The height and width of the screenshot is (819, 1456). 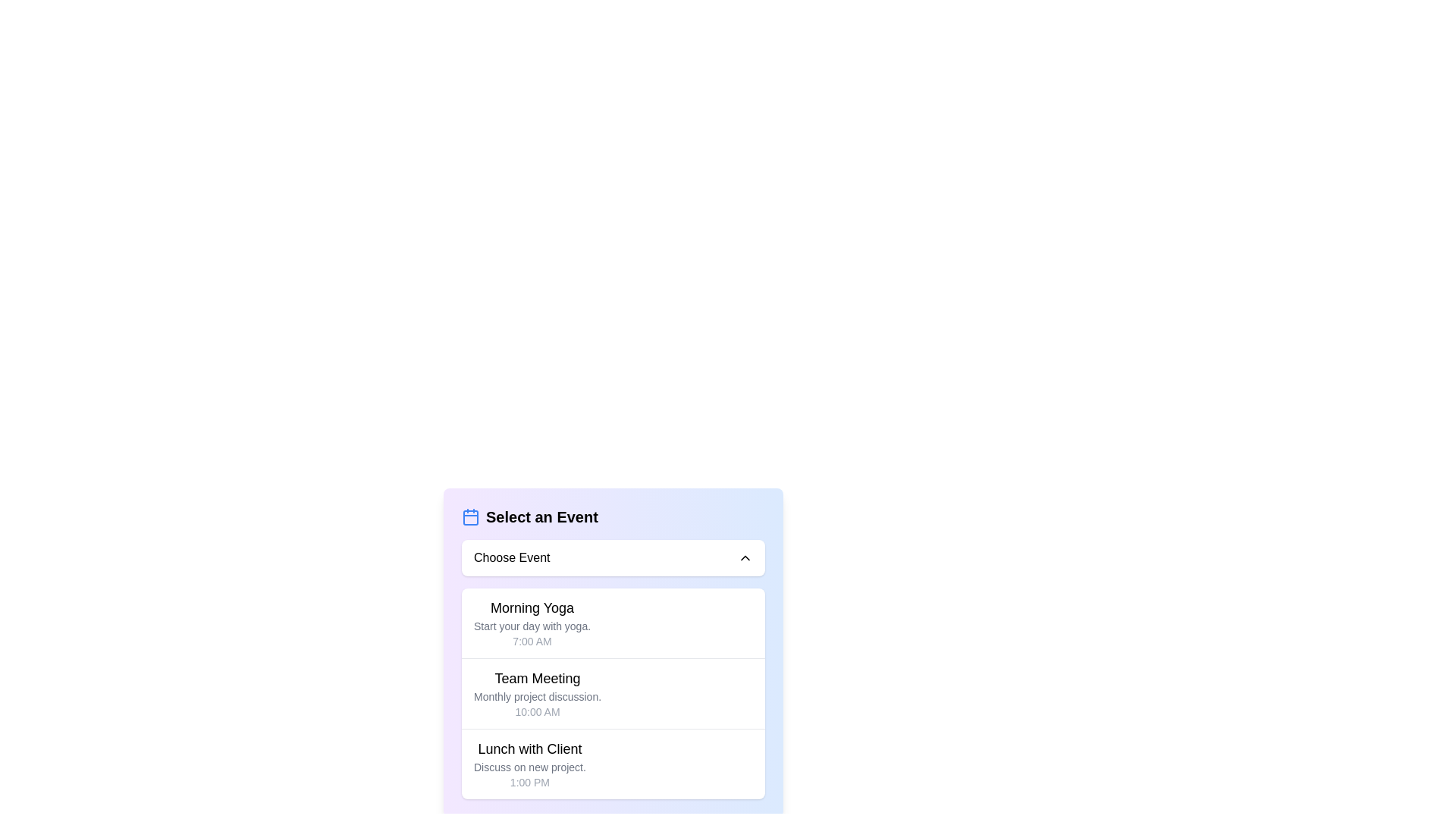 I want to click on the descriptive subtitle Text Label that provides additional details about the 'Team Meeting' event, so click(x=538, y=696).